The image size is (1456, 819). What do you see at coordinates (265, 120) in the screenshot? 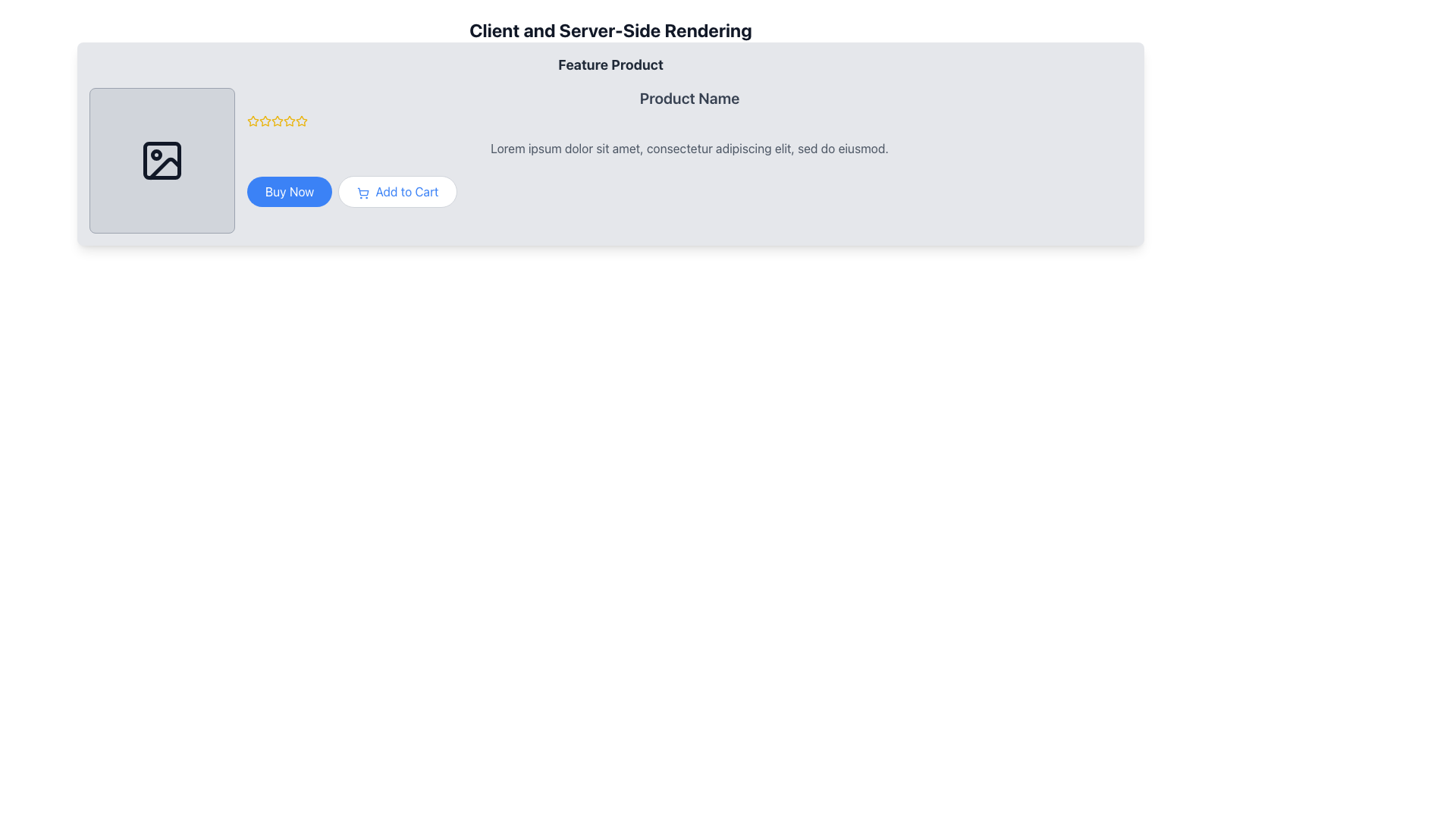
I see `the third star icon in a sequence of five yellow star-shaped icons located in the upper left quadrant of the main content area` at bounding box center [265, 120].